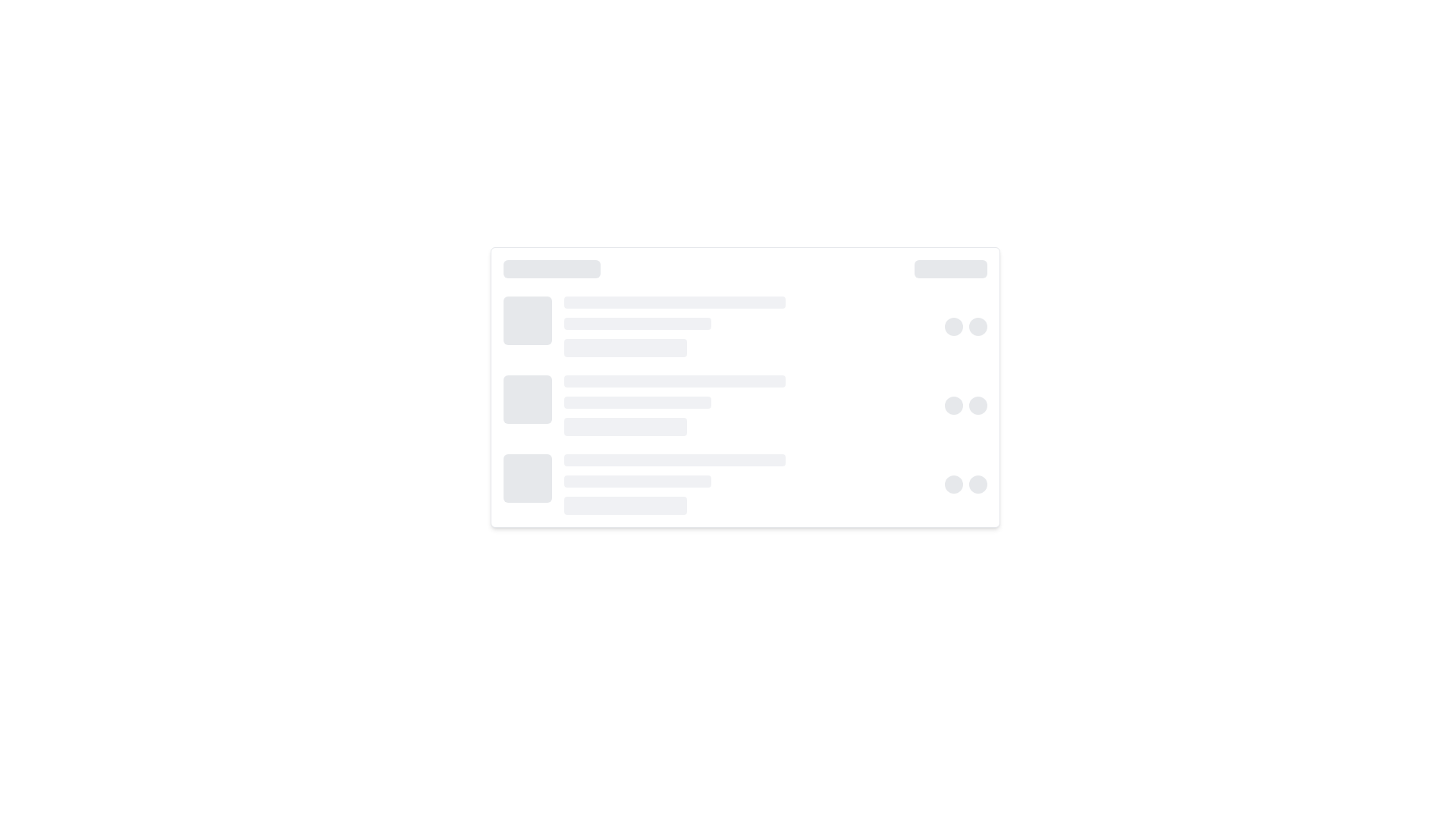  Describe the element at coordinates (745, 405) in the screenshot. I see `the Skeleton placeholder component that appears as a group of placeholders with a square block on the left, three horizontal lines on the right, and two circular shapes at the far right` at that location.